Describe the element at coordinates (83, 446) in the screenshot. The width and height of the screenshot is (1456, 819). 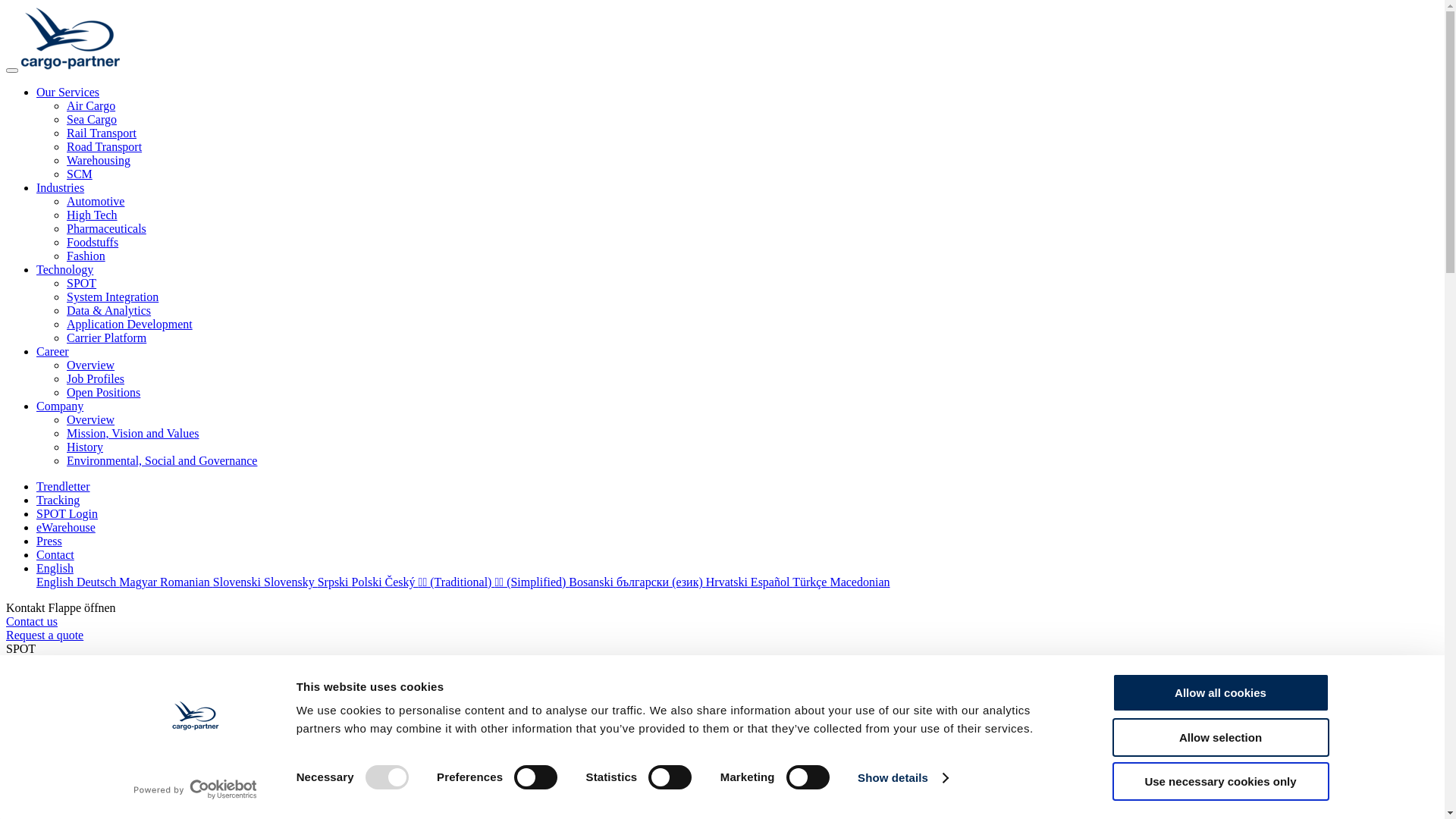
I see `'History'` at that location.